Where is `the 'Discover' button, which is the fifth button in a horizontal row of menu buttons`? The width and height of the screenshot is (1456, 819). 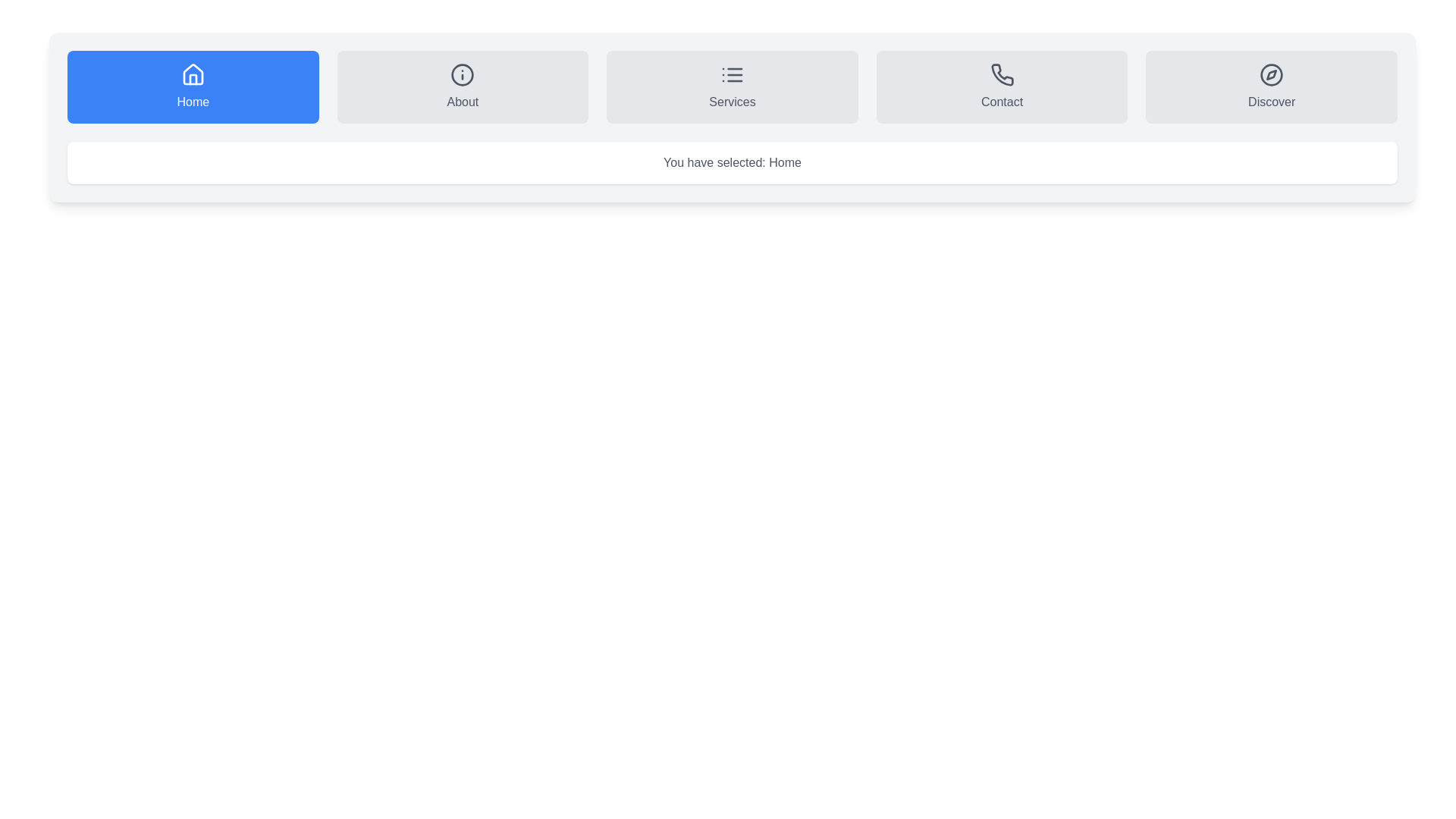 the 'Discover' button, which is the fifth button in a horizontal row of menu buttons is located at coordinates (1271, 87).